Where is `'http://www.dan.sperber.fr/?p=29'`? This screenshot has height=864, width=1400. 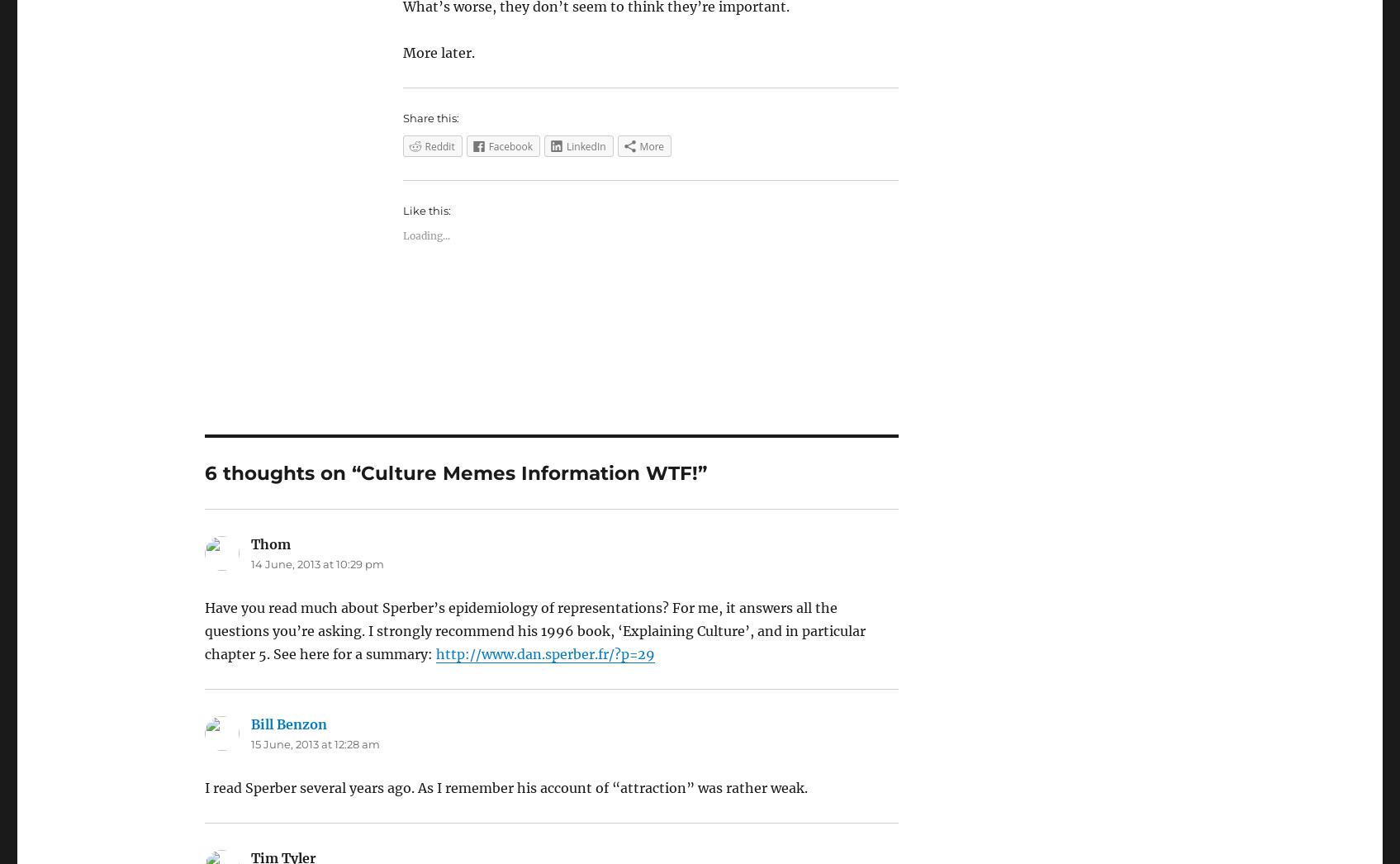 'http://www.dan.sperber.fr/?p=29' is located at coordinates (544, 654).